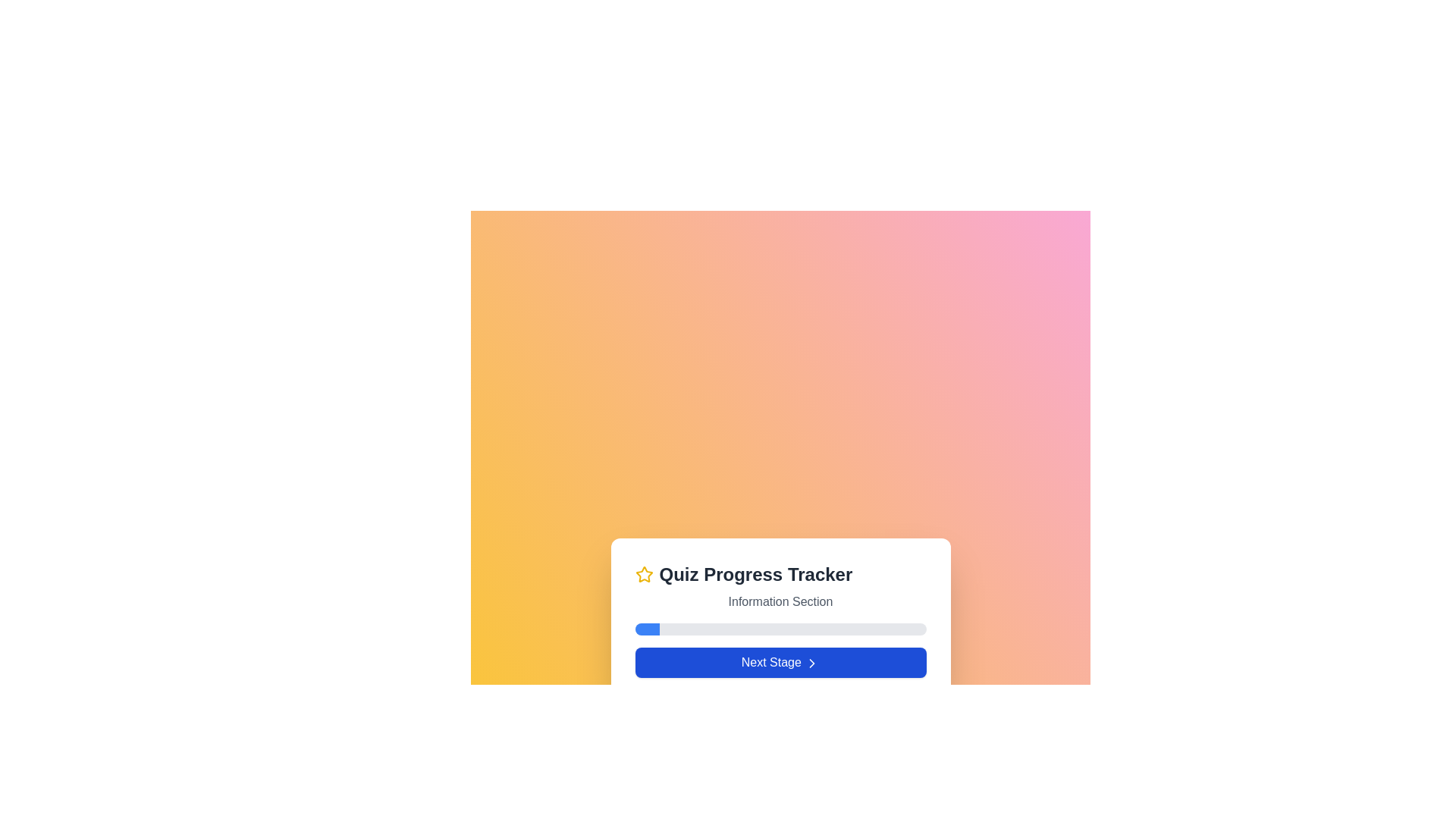 This screenshot has height=819, width=1456. What do you see at coordinates (780, 586) in the screenshot?
I see `the Informational Header displaying 'Quiz Progress Tracker' with a star icon on the left` at bounding box center [780, 586].